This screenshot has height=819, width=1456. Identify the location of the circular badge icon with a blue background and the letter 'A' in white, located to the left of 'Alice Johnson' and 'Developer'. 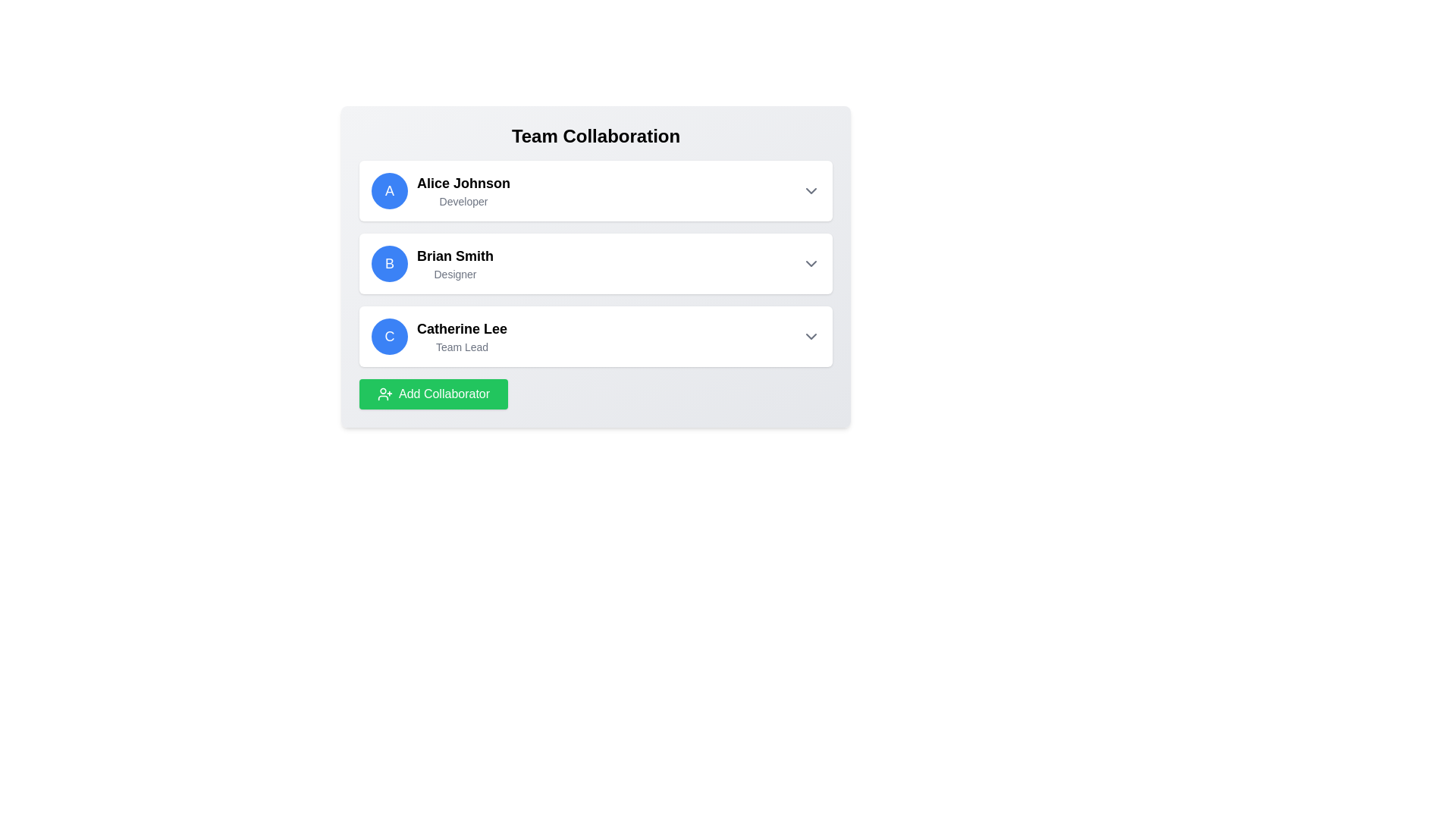
(389, 190).